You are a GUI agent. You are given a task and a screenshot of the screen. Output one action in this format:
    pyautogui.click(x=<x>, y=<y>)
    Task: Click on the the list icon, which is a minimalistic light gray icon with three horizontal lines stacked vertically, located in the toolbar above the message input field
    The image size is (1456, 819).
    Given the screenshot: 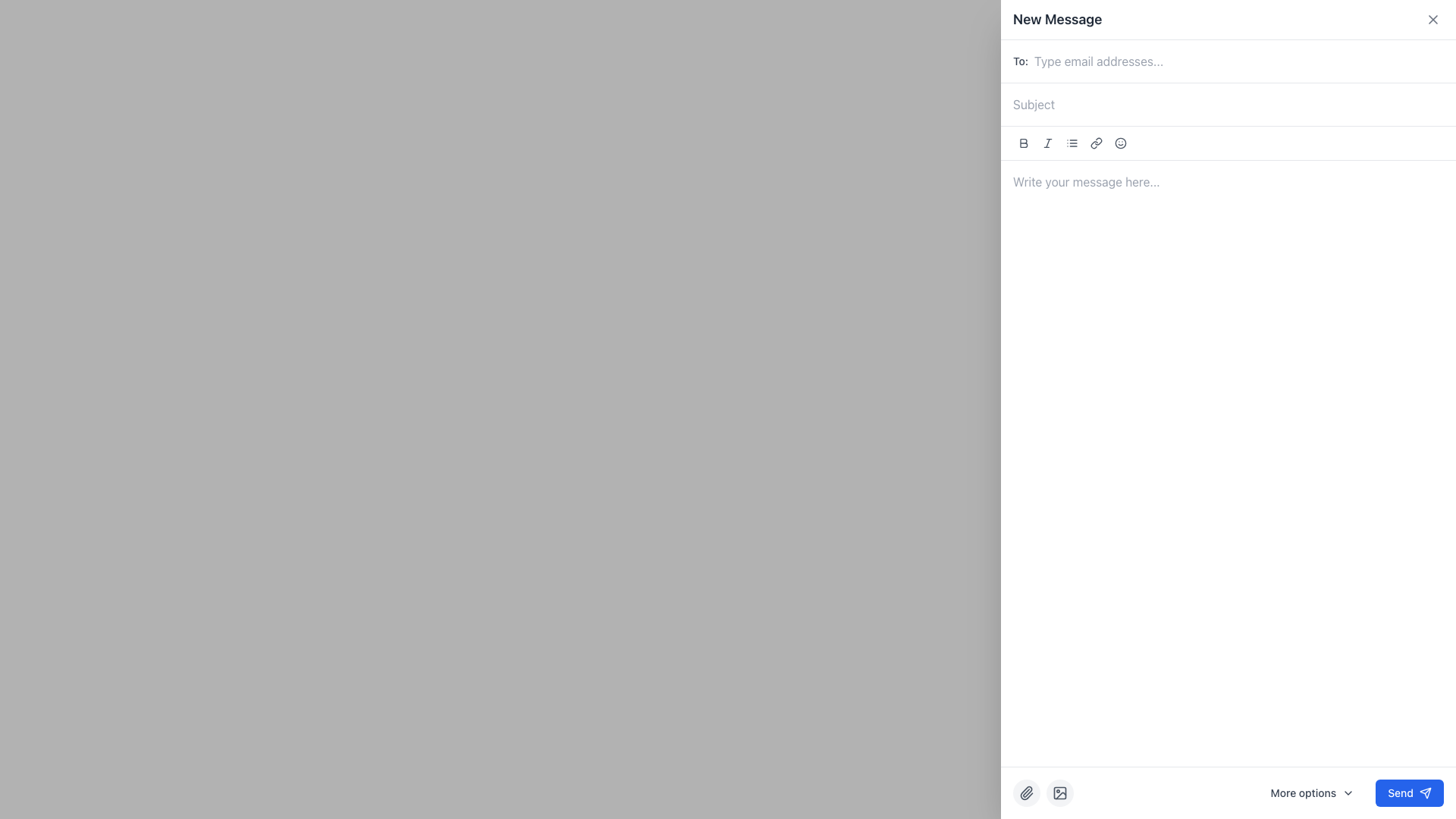 What is the action you would take?
    pyautogui.click(x=1072, y=143)
    